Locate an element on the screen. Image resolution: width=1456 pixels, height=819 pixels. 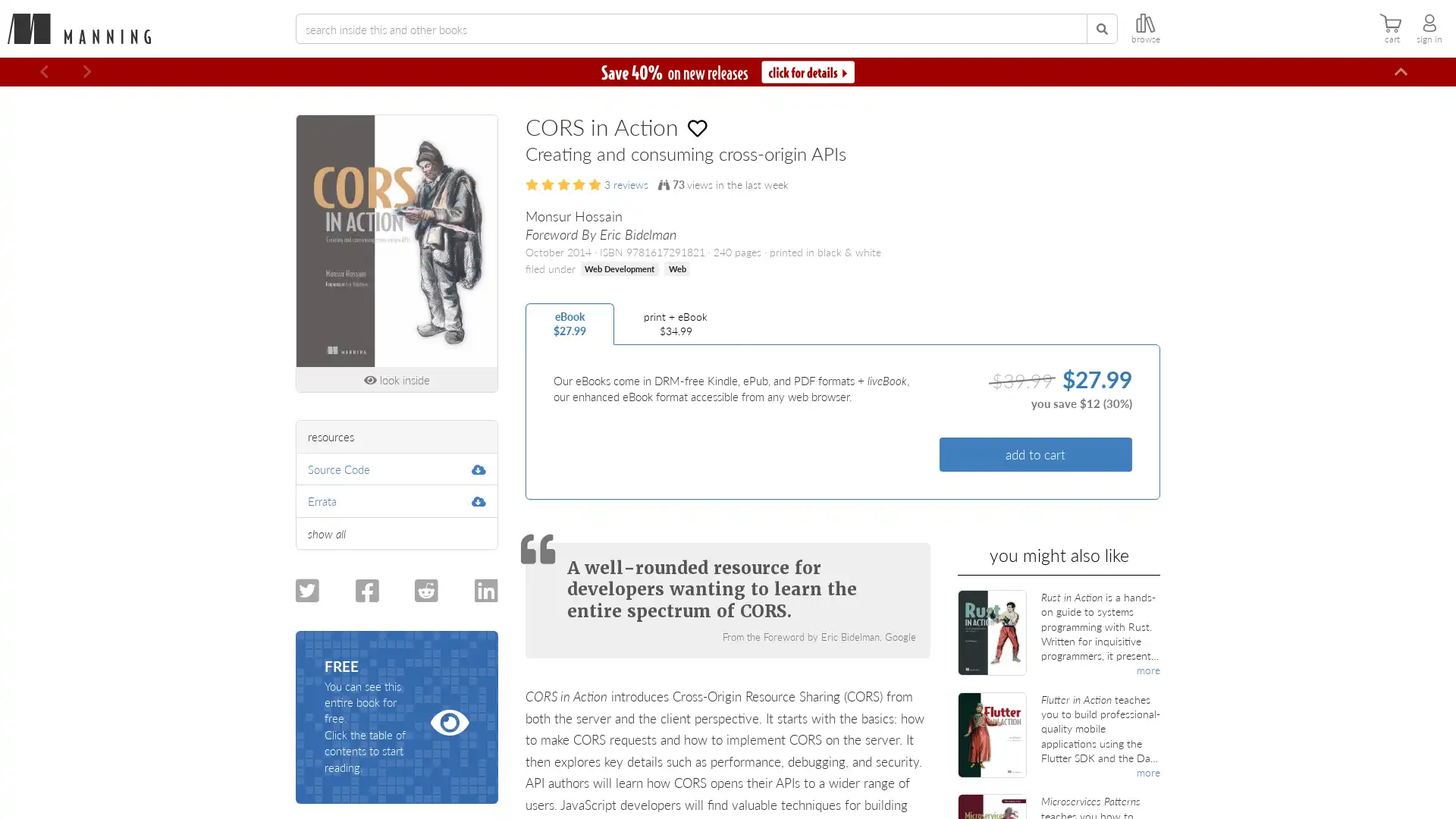
Next is located at coordinates (86, 72).